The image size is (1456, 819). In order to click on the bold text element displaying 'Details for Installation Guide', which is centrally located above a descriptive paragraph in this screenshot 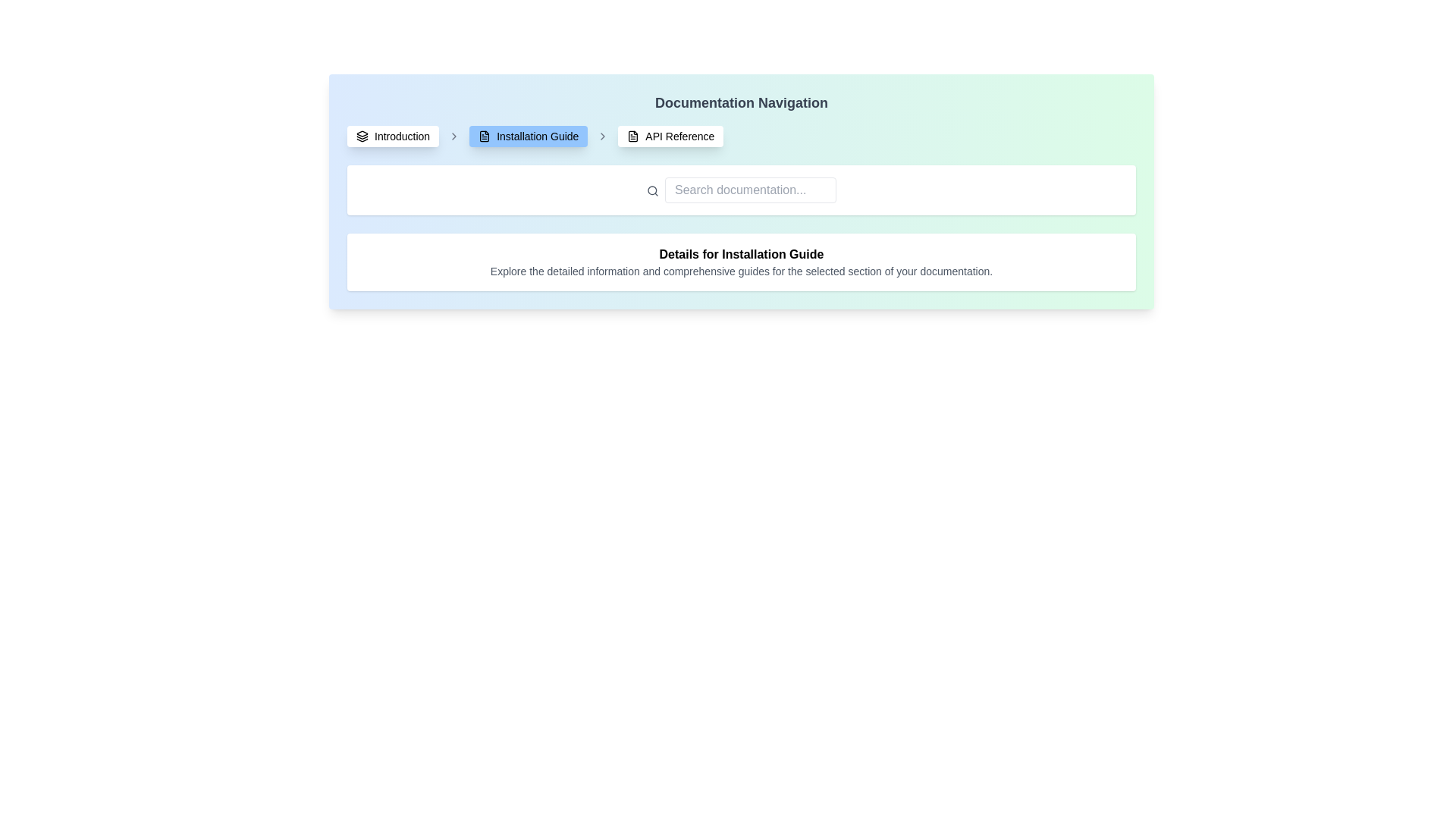, I will do `click(742, 253)`.